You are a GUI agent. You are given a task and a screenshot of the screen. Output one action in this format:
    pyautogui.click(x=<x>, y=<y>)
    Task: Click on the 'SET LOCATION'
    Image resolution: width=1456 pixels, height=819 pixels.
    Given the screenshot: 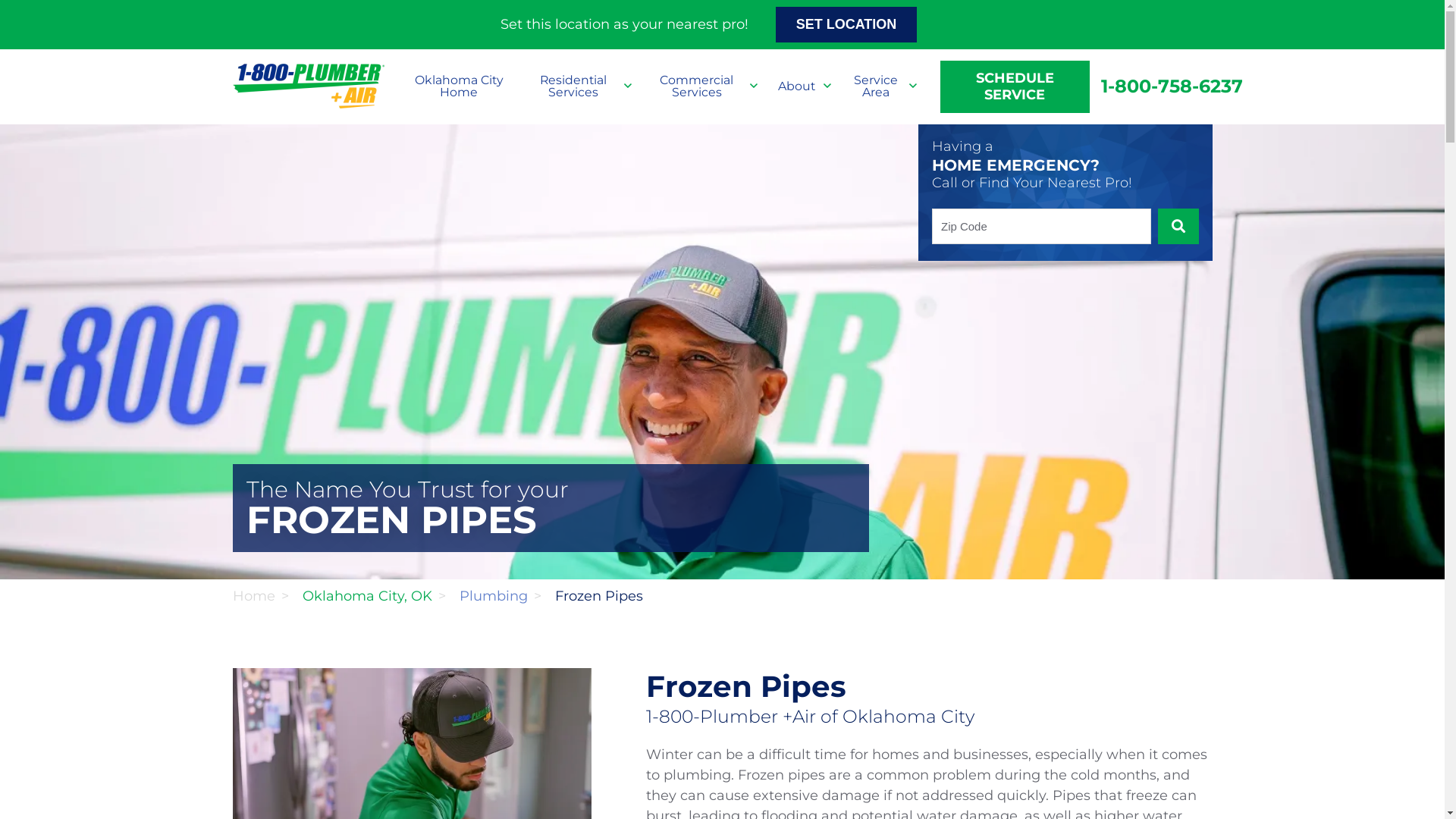 What is the action you would take?
    pyautogui.click(x=846, y=24)
    